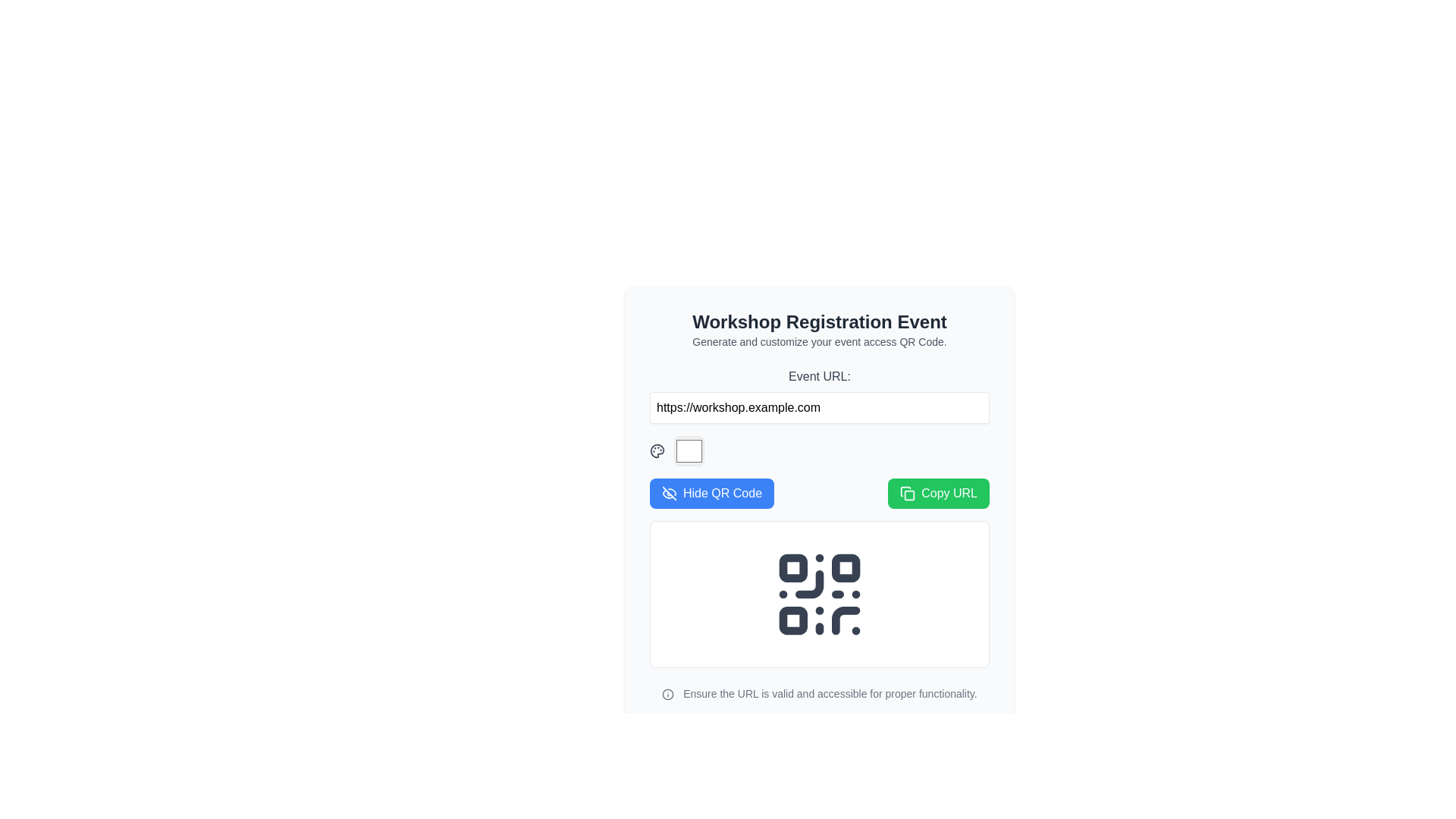 The image size is (1456, 819). I want to click on the top-left rectangle of the QR code graphic, which is located towards the lower section of the interface and is the first of three similar blocks, so click(792, 568).